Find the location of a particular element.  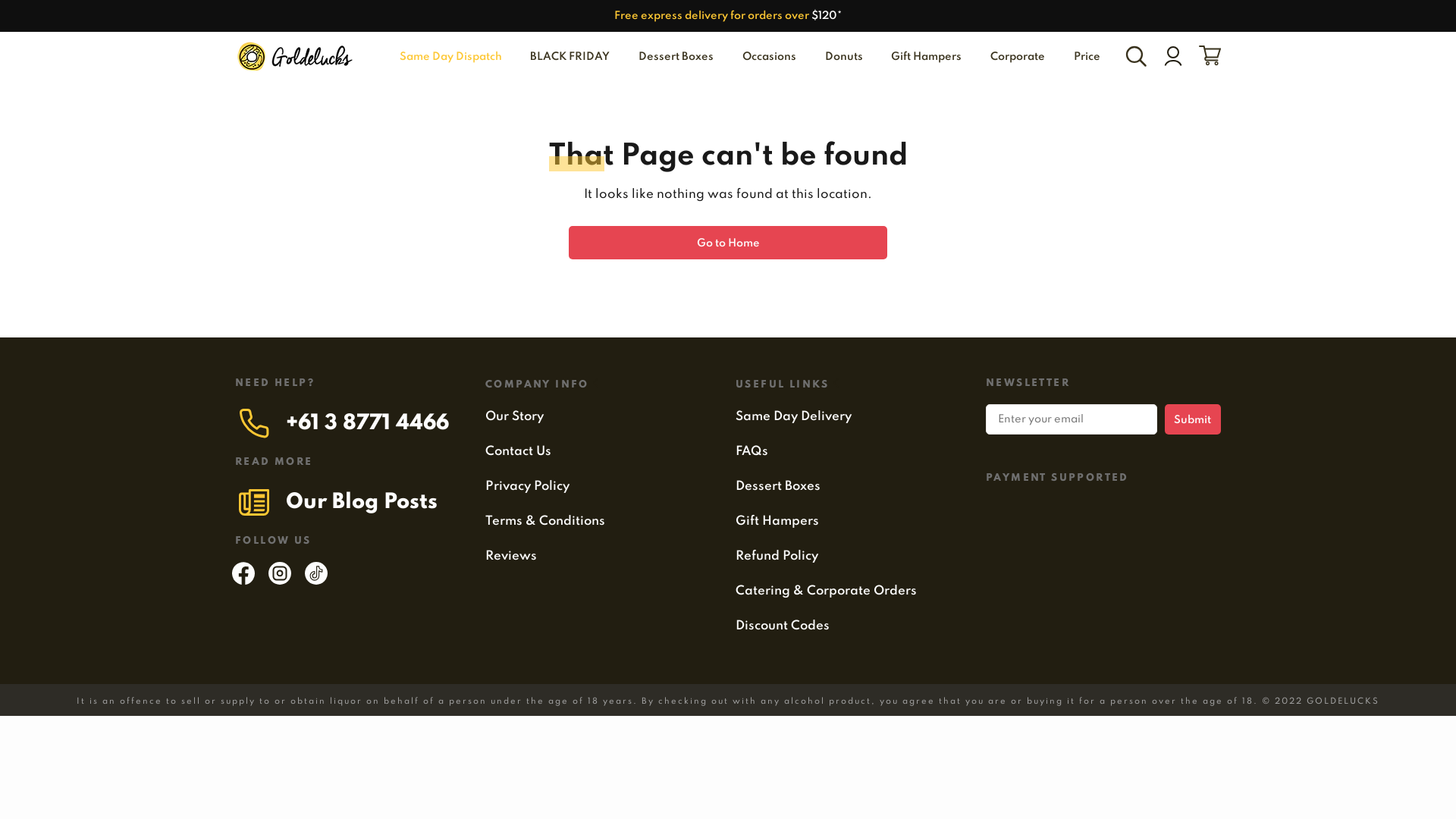

'Contact Us' is located at coordinates (518, 450).